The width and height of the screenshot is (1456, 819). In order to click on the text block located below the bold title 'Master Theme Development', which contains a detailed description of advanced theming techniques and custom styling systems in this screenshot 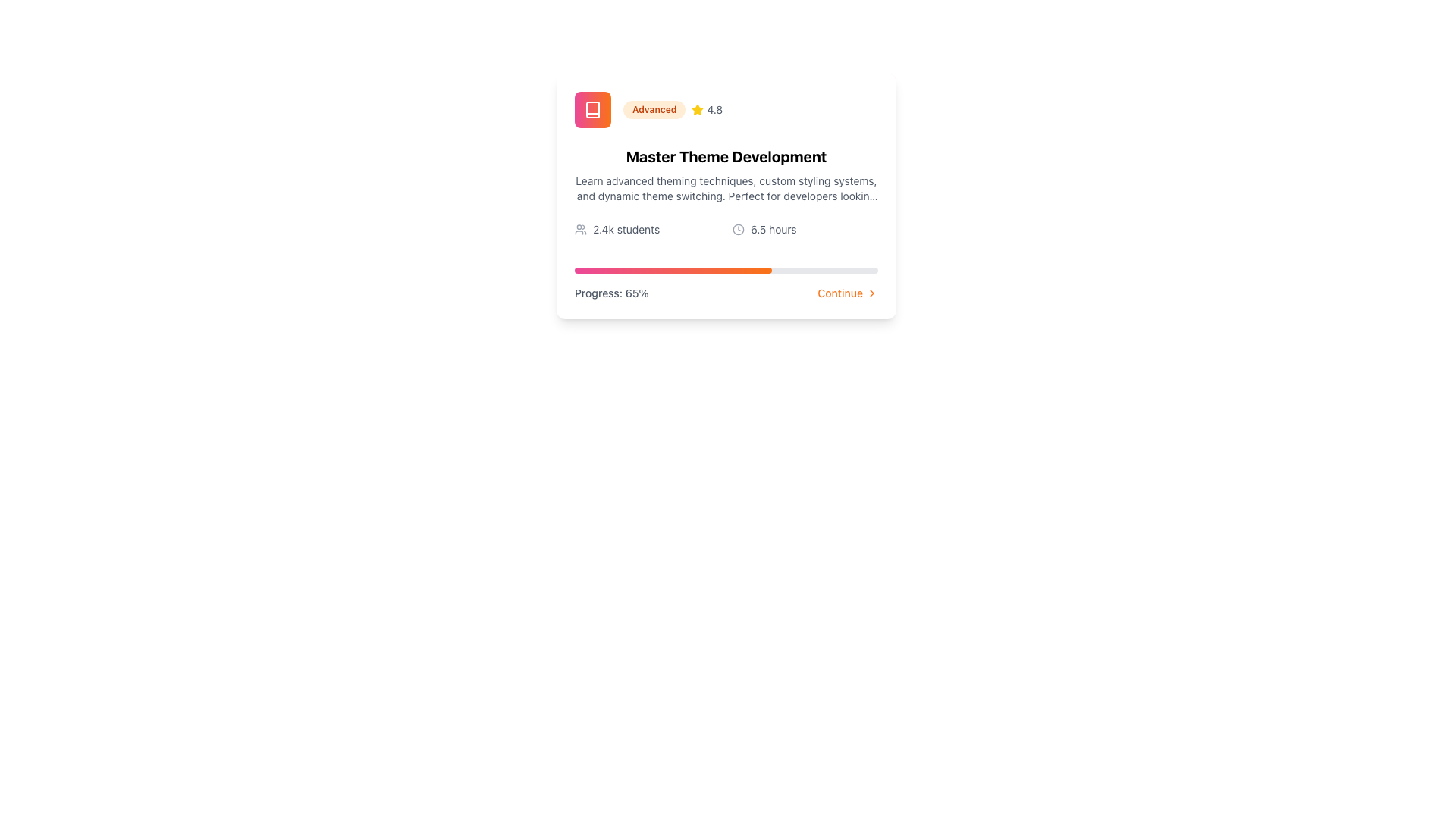, I will do `click(726, 188)`.